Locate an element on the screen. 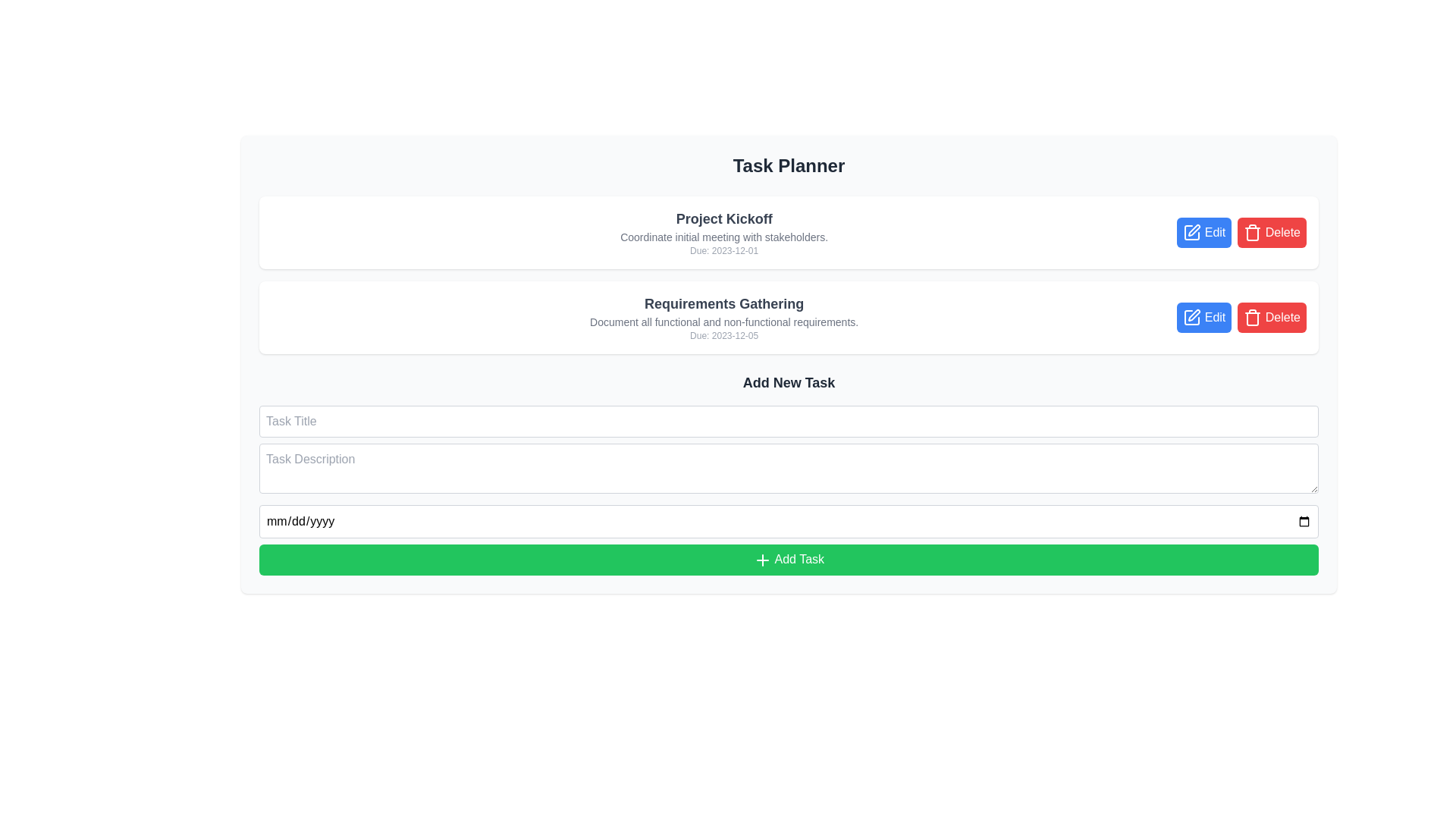  the bold, large-sized 'Task Planner' text label displayed at the top of the card layout is located at coordinates (789, 166).